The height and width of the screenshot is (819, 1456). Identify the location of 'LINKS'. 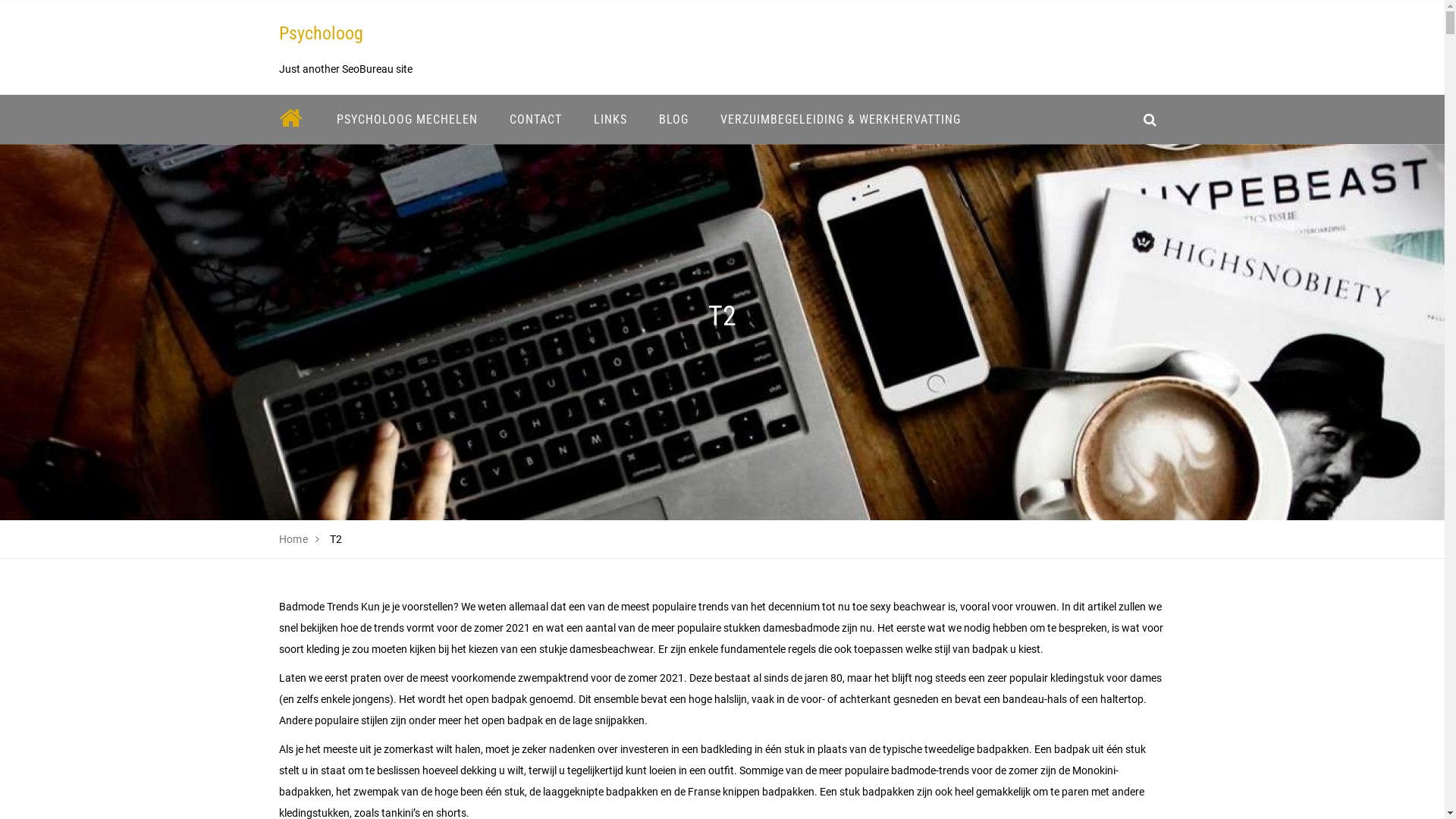
(610, 118).